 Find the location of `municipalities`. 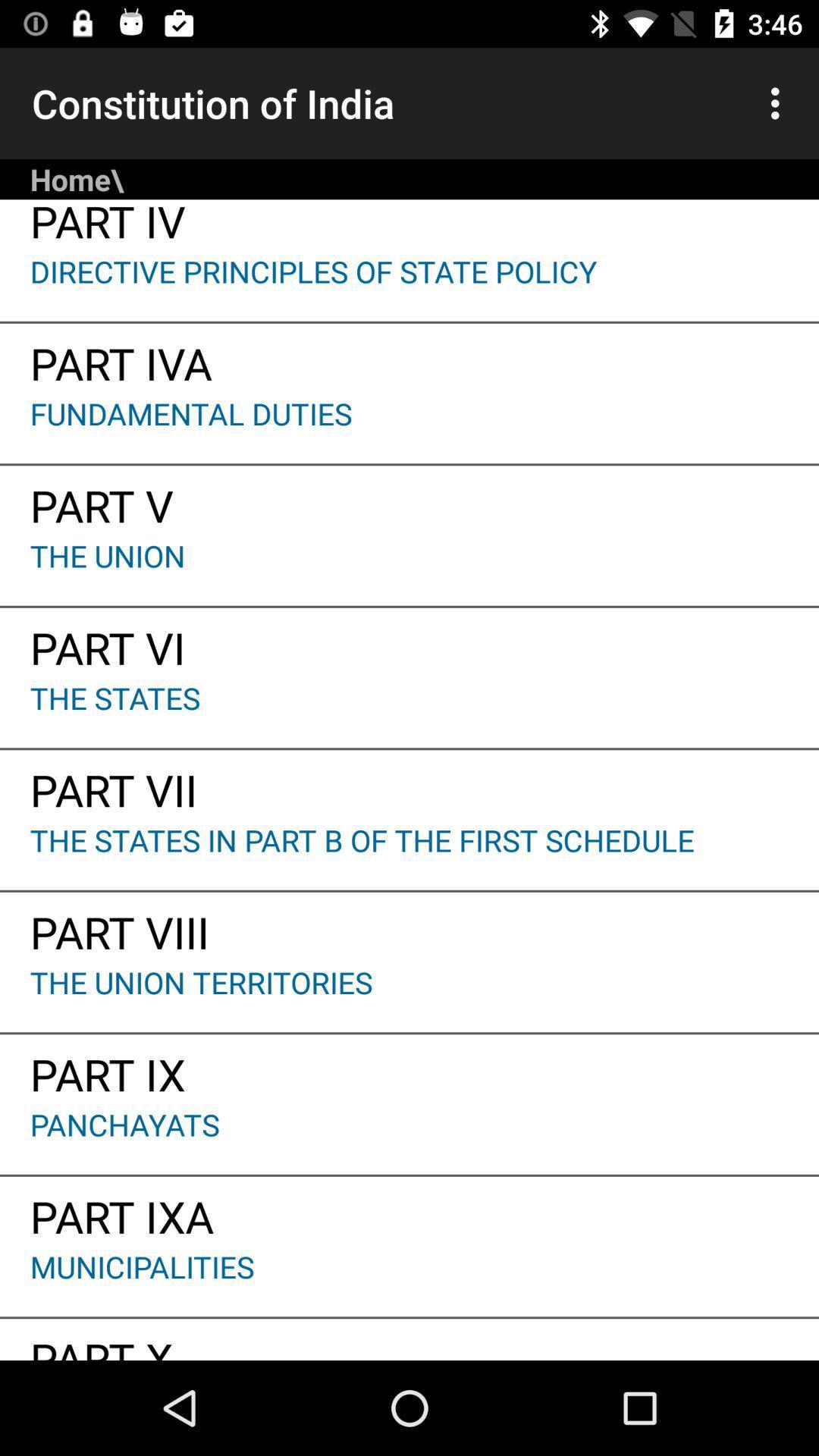

municipalities is located at coordinates (409, 1281).